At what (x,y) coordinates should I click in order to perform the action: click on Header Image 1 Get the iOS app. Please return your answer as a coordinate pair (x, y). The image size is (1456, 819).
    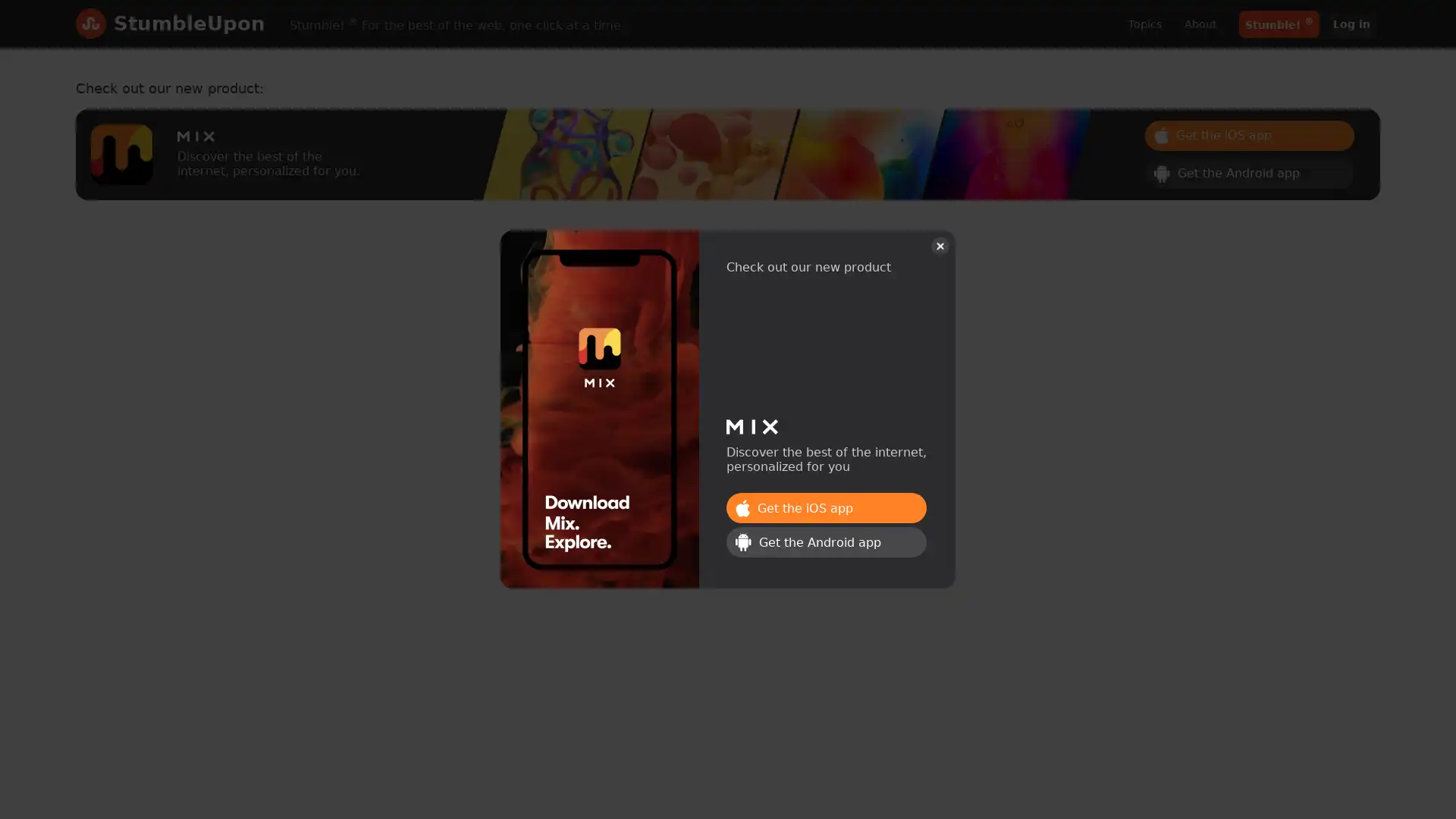
    Looking at the image, I should click on (1249, 133).